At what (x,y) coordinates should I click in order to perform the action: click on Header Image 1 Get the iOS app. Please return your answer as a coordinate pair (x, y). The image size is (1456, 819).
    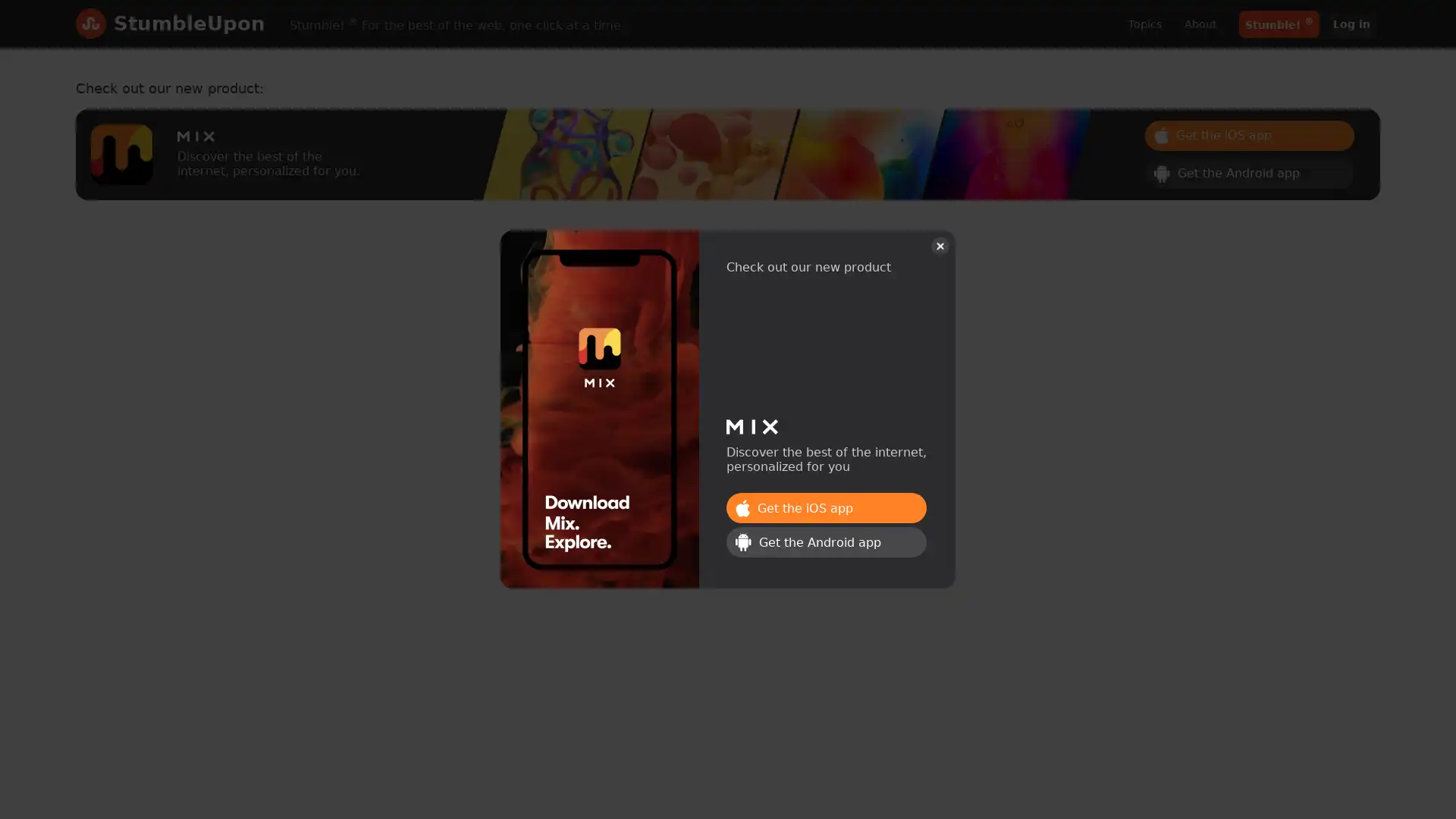
    Looking at the image, I should click on (1249, 133).